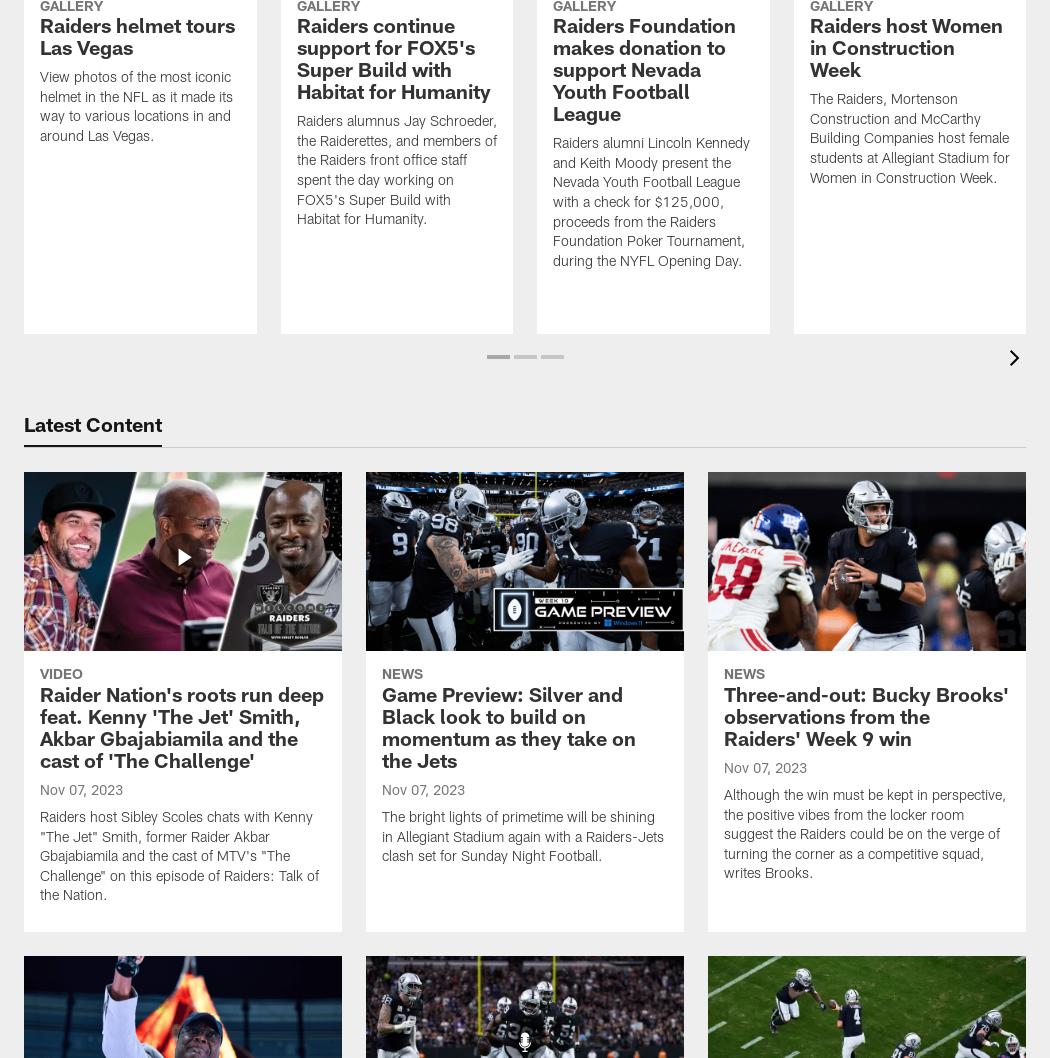 This screenshot has height=1058, width=1050. What do you see at coordinates (865, 719) in the screenshot?
I see `'Three-and-out: Bucky Brooks' observations from the Raiders' Week 9 win'` at bounding box center [865, 719].